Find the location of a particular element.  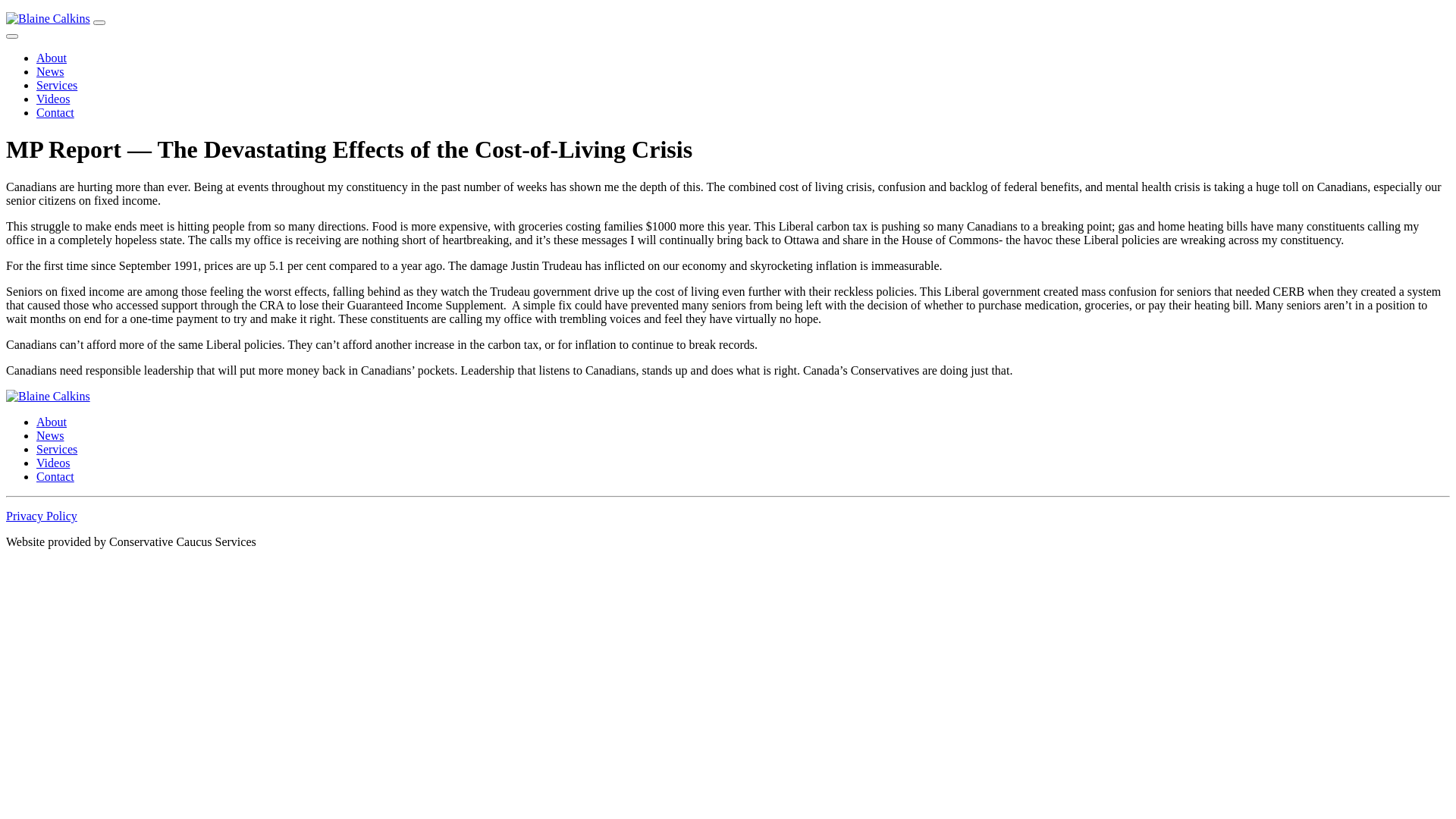

'News' is located at coordinates (36, 71).